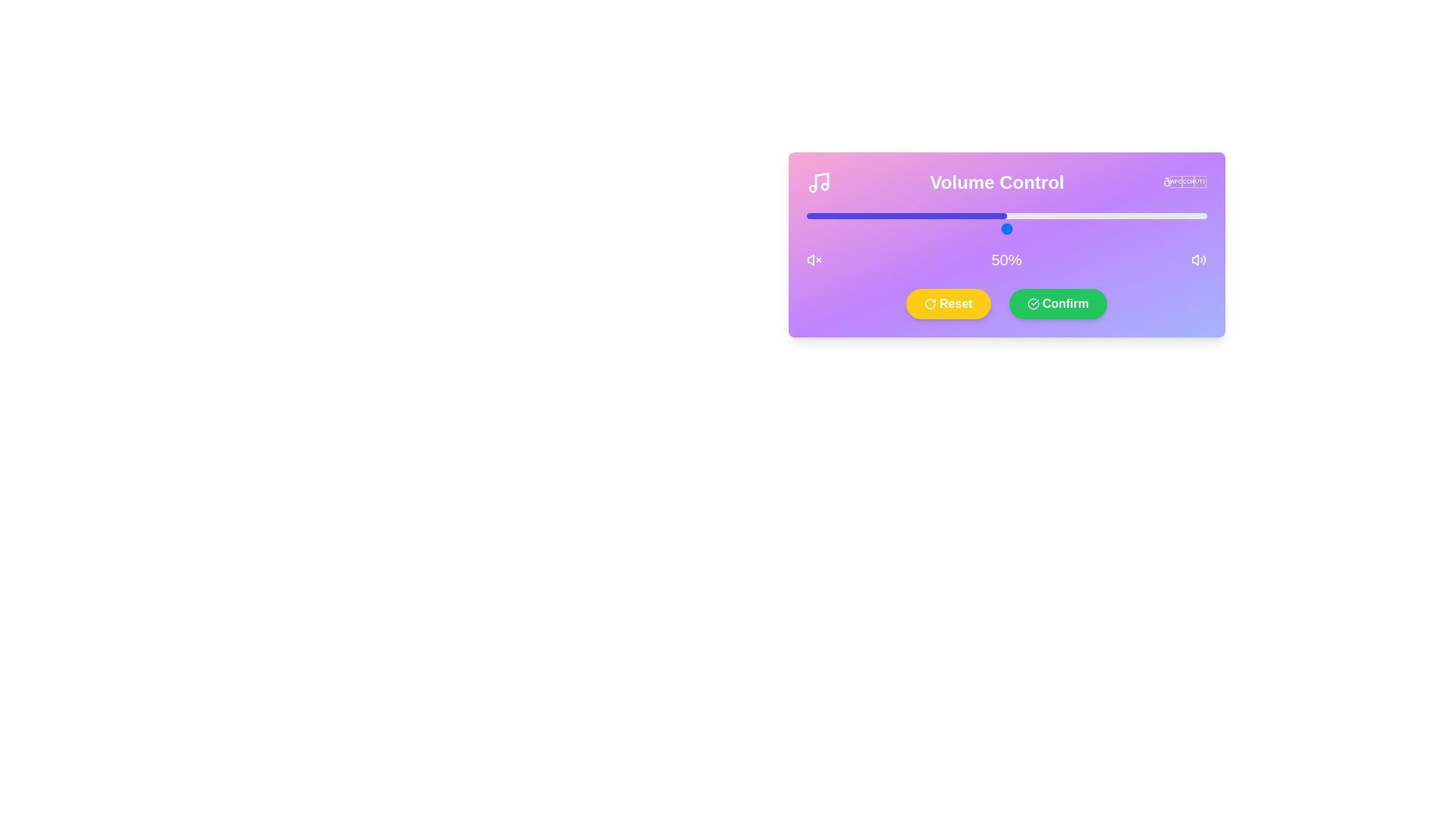  Describe the element at coordinates (1050, 228) in the screenshot. I see `the slider` at that location.